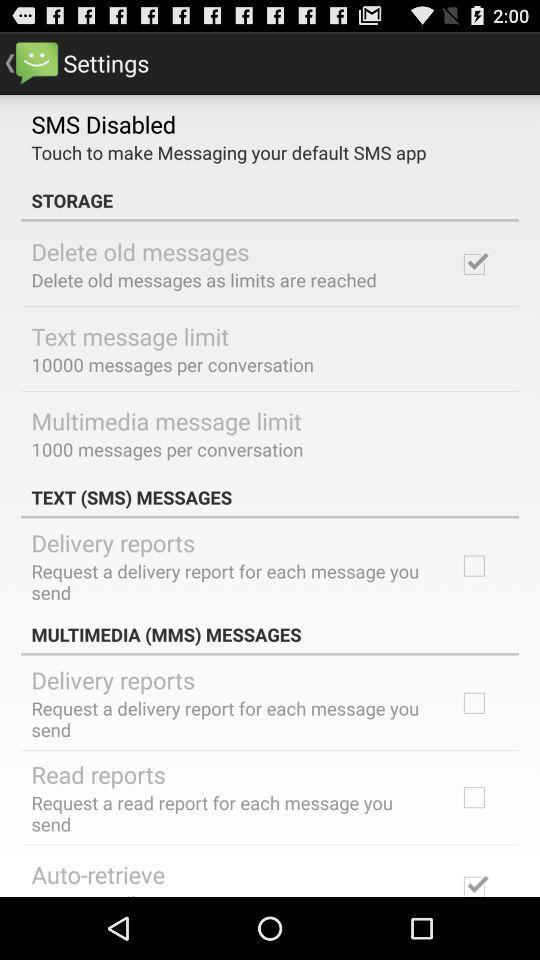 This screenshot has width=540, height=960. What do you see at coordinates (97, 773) in the screenshot?
I see `item above the request a read` at bounding box center [97, 773].